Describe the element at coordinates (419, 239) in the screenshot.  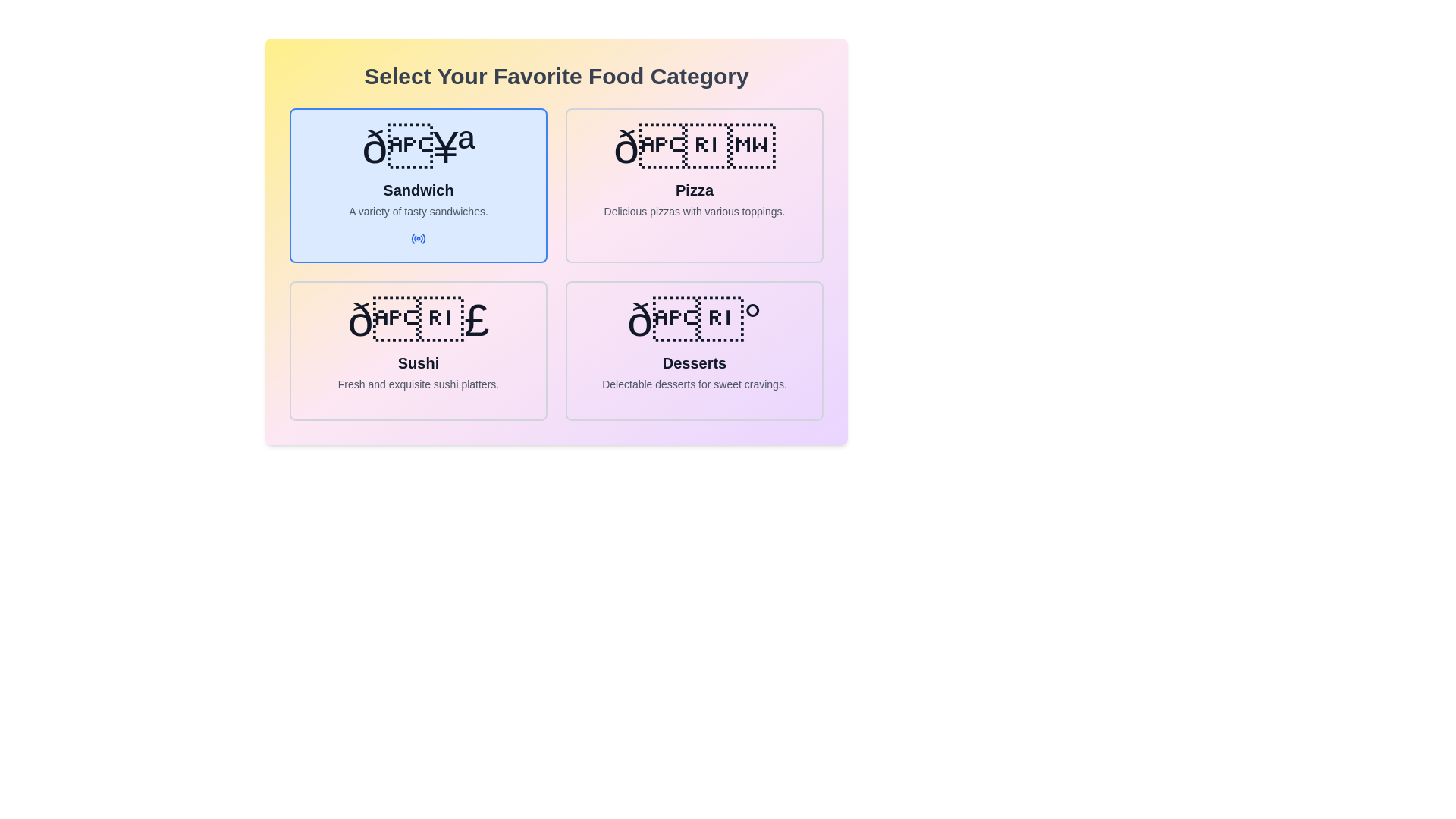
I see `the decorative blue circular radio wave design with a small circle at the center, which is the last visual component within the 'Sandwich' card` at that location.